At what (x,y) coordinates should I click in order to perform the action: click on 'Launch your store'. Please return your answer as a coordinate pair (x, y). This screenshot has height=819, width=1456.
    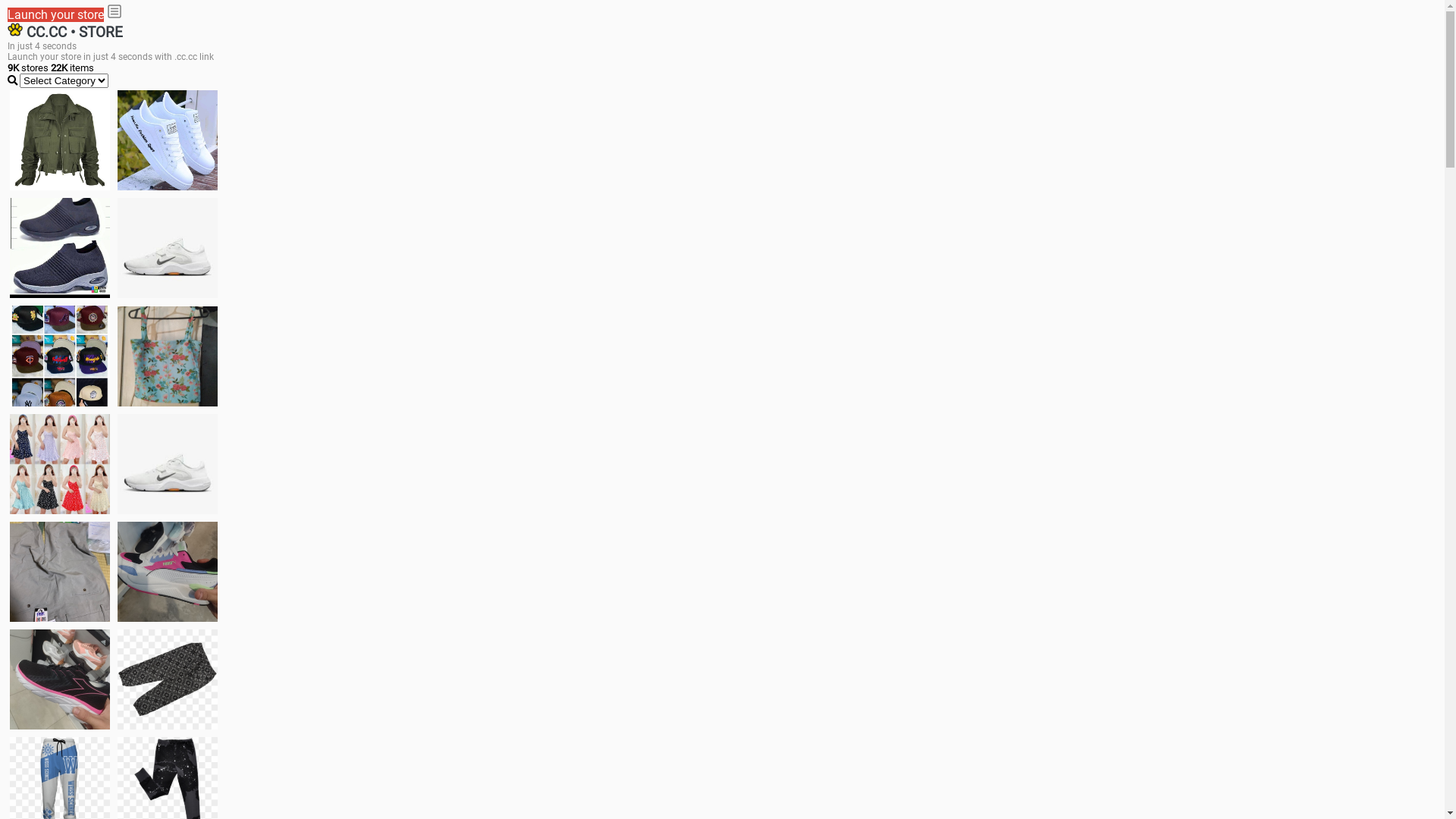
    Looking at the image, I should click on (55, 14).